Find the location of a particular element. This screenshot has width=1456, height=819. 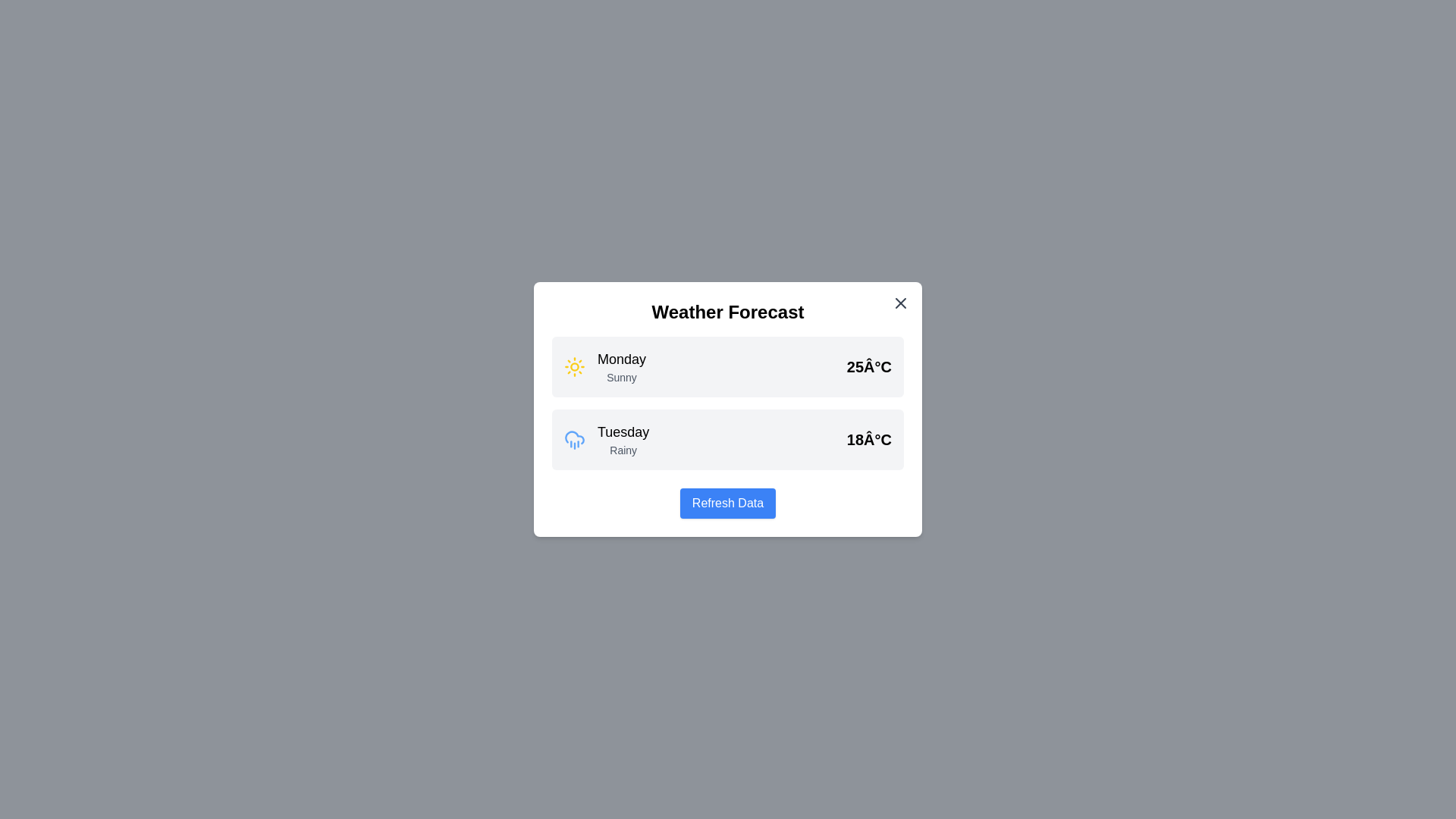

the Close button located in the top-right corner of the 'Weather Forecast' modal dialog is located at coordinates (901, 303).